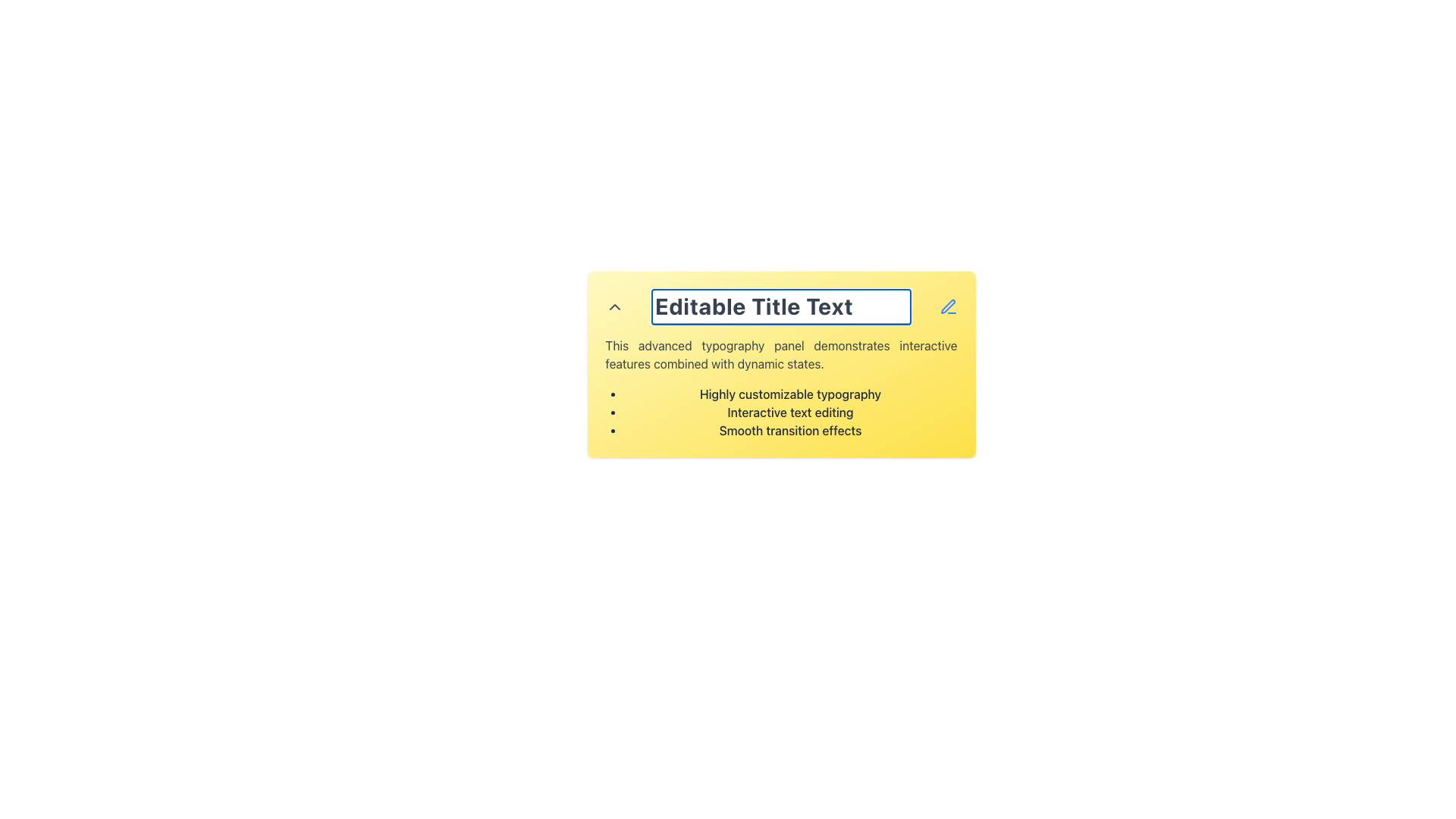  I want to click on the second text label in the list on the yellow panel, which describes a feature related to the context provided, positioned between 'Highly customizable typography' and 'Smooth transition effects', so click(789, 412).